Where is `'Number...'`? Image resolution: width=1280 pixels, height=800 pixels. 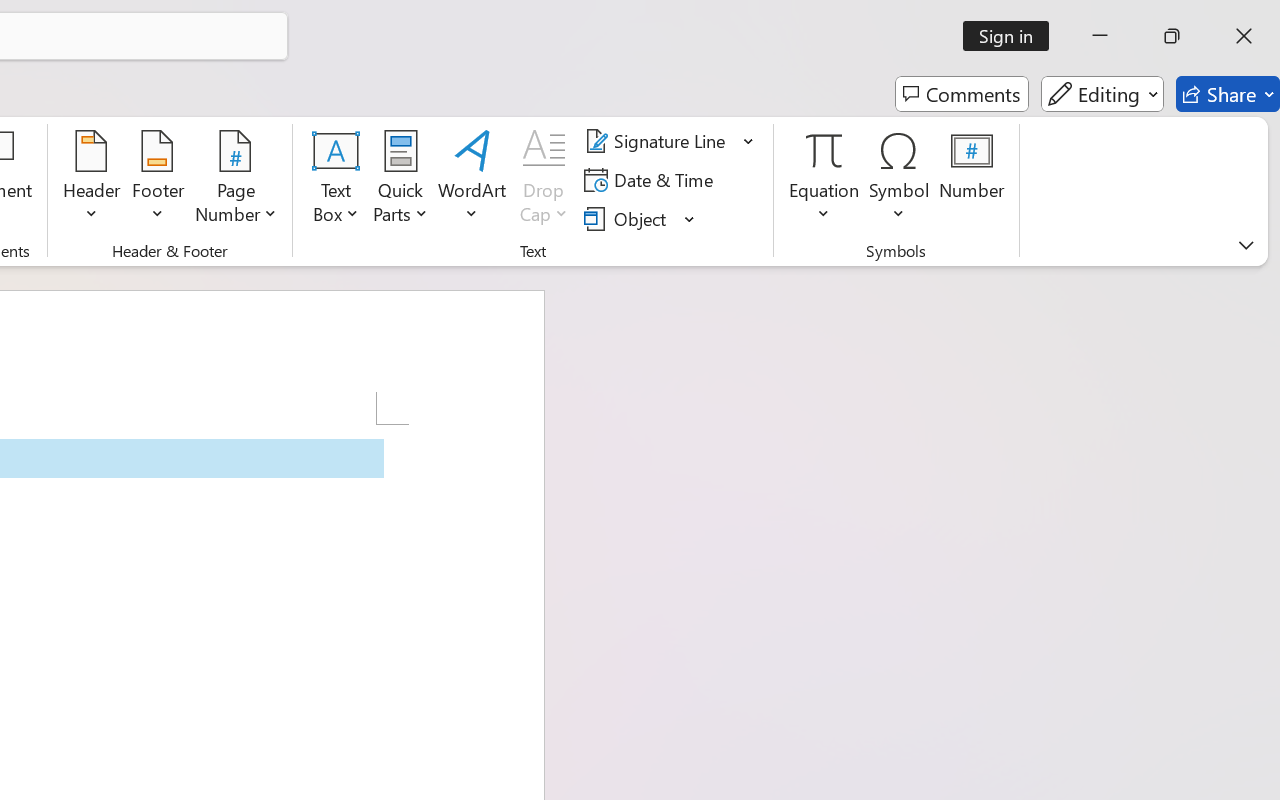
'Number...' is located at coordinates (972, 179).